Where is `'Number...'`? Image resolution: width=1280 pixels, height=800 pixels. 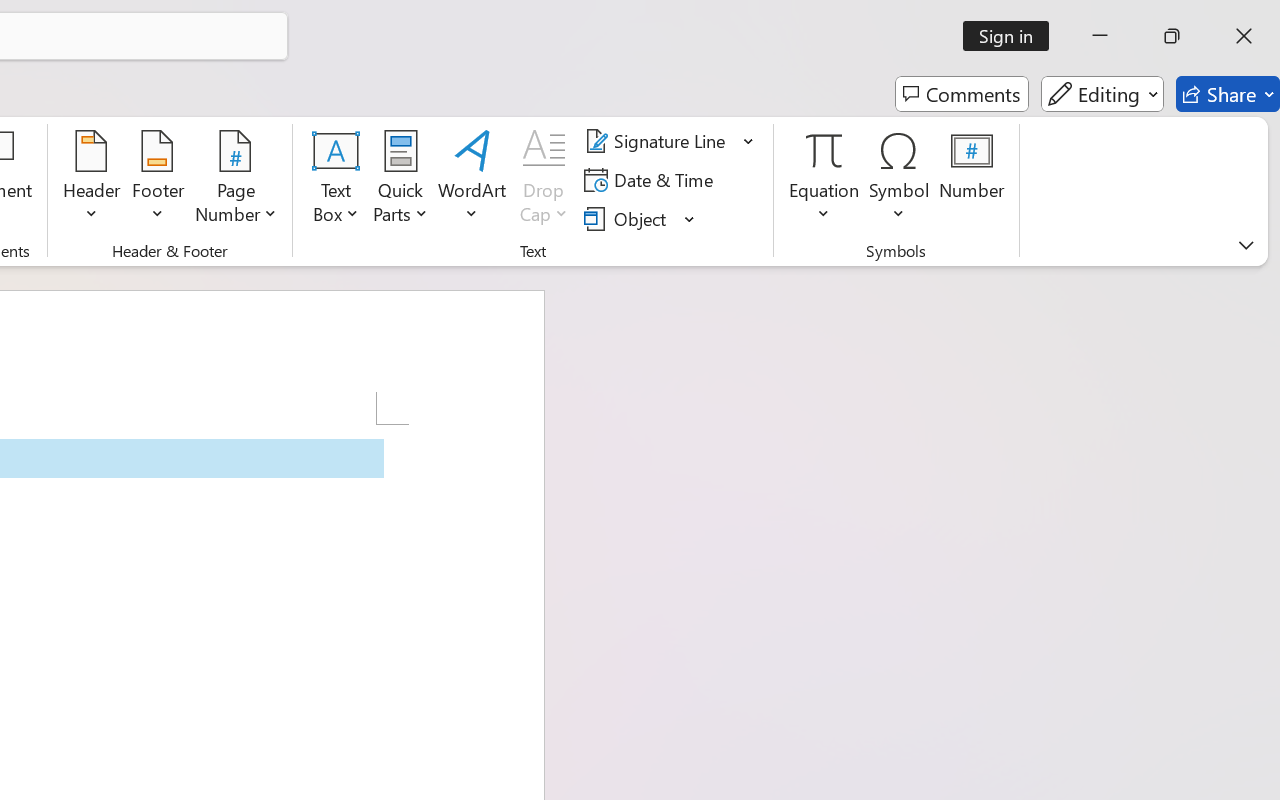
'Number...' is located at coordinates (972, 179).